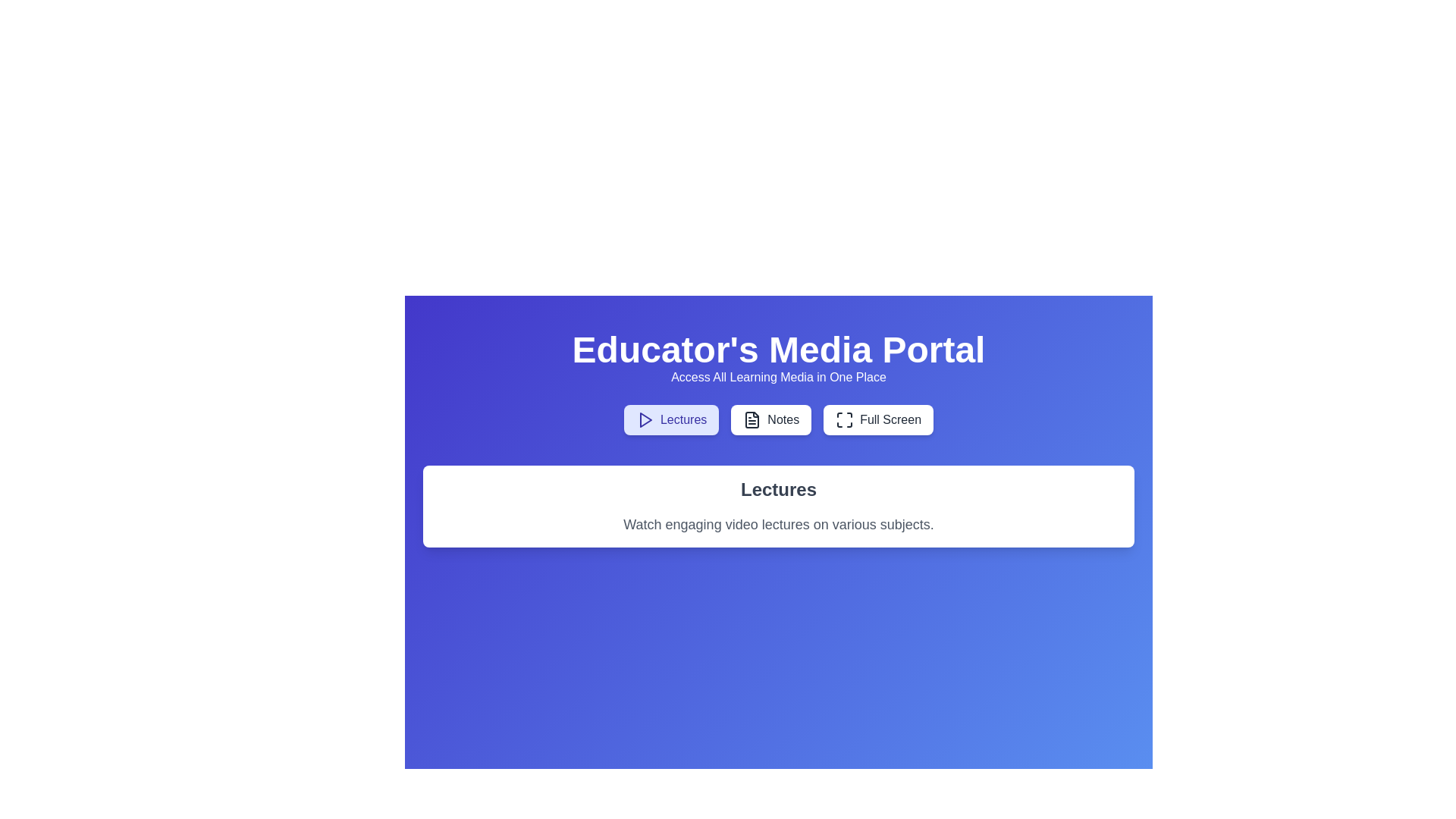  I want to click on the tab labeled Full Screen, so click(877, 420).